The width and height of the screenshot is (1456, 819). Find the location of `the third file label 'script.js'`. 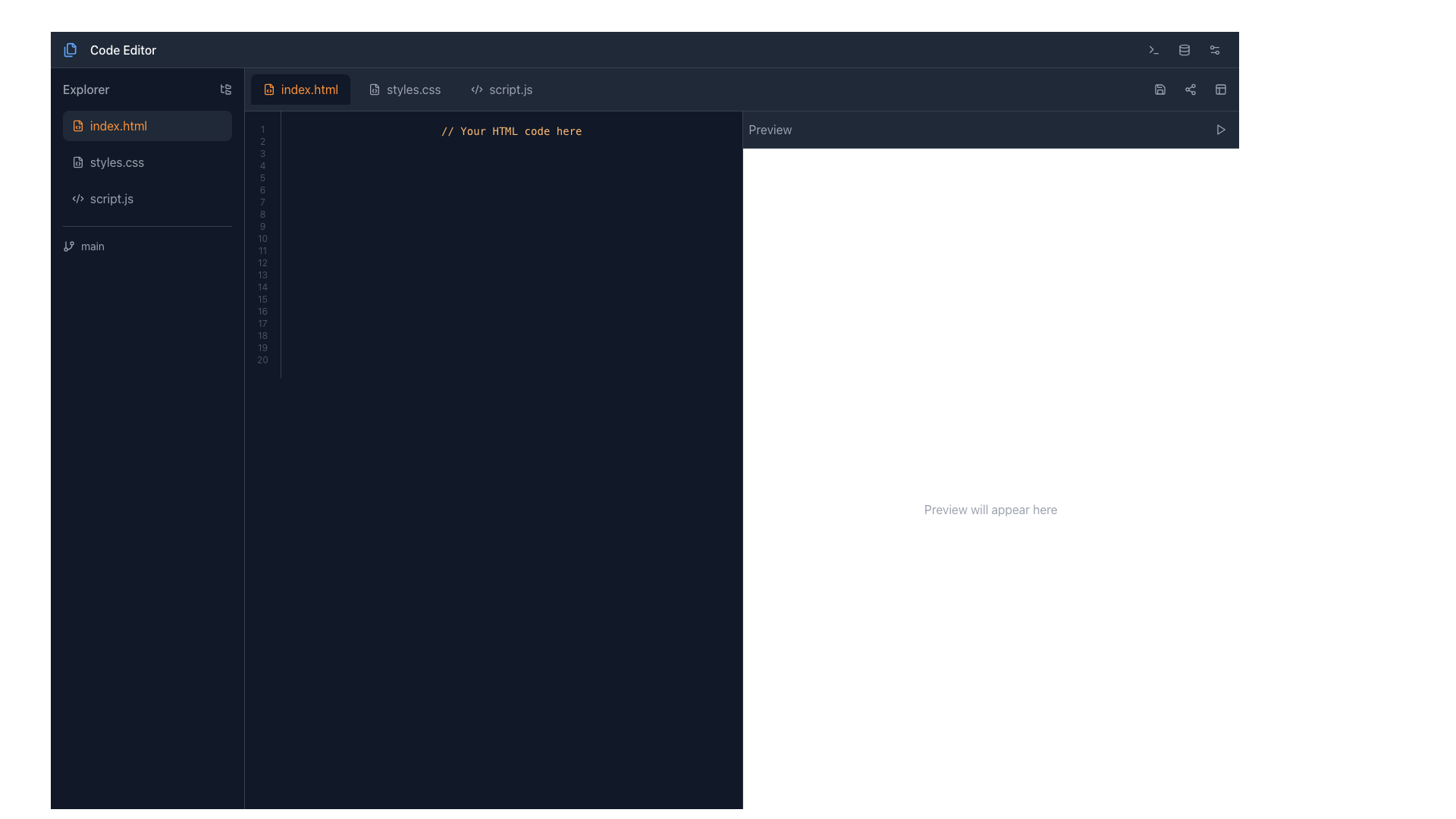

the third file label 'script.js' is located at coordinates (111, 198).